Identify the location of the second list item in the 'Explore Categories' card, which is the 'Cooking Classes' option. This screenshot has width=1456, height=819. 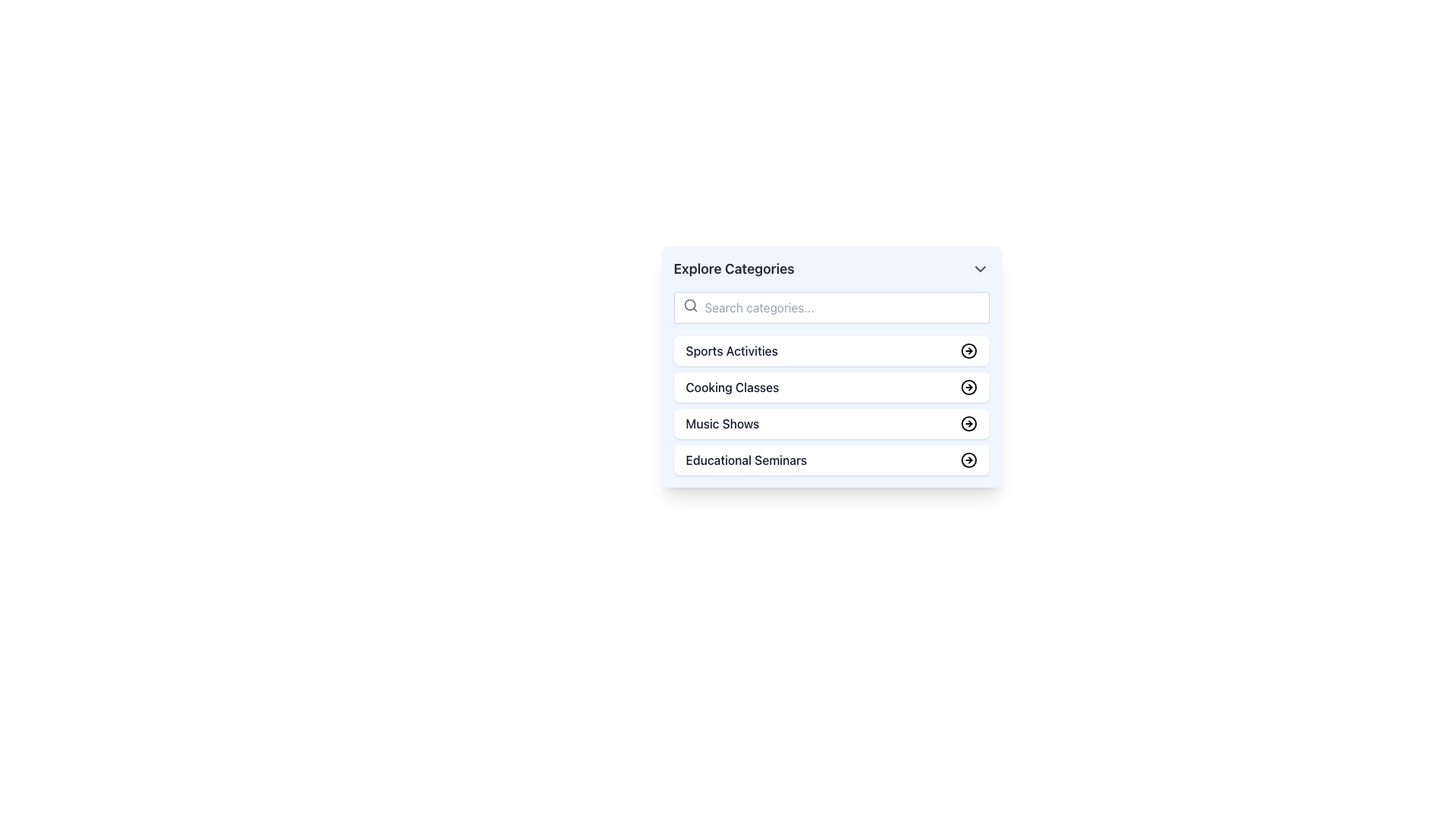
(830, 405).